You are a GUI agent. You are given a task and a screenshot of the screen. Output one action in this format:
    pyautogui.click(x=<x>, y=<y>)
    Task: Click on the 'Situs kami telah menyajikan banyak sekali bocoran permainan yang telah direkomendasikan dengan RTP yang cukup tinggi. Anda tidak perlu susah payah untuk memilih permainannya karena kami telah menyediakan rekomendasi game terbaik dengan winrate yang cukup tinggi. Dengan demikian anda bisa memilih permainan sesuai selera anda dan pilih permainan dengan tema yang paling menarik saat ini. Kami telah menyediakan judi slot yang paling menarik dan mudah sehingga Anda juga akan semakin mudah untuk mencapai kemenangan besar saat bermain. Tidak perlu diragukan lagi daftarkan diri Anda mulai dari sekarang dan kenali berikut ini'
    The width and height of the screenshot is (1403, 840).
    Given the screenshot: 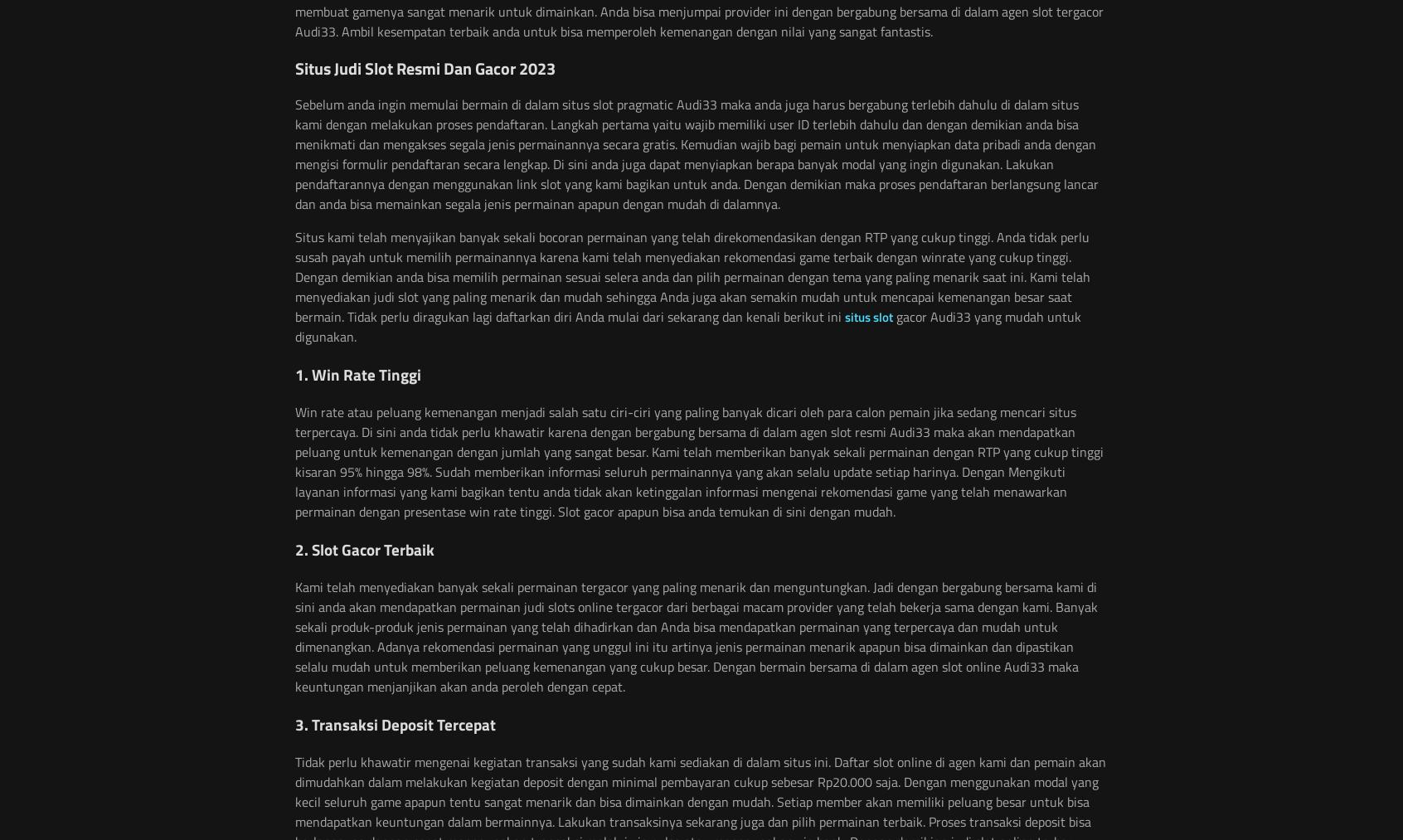 What is the action you would take?
    pyautogui.click(x=692, y=276)
    